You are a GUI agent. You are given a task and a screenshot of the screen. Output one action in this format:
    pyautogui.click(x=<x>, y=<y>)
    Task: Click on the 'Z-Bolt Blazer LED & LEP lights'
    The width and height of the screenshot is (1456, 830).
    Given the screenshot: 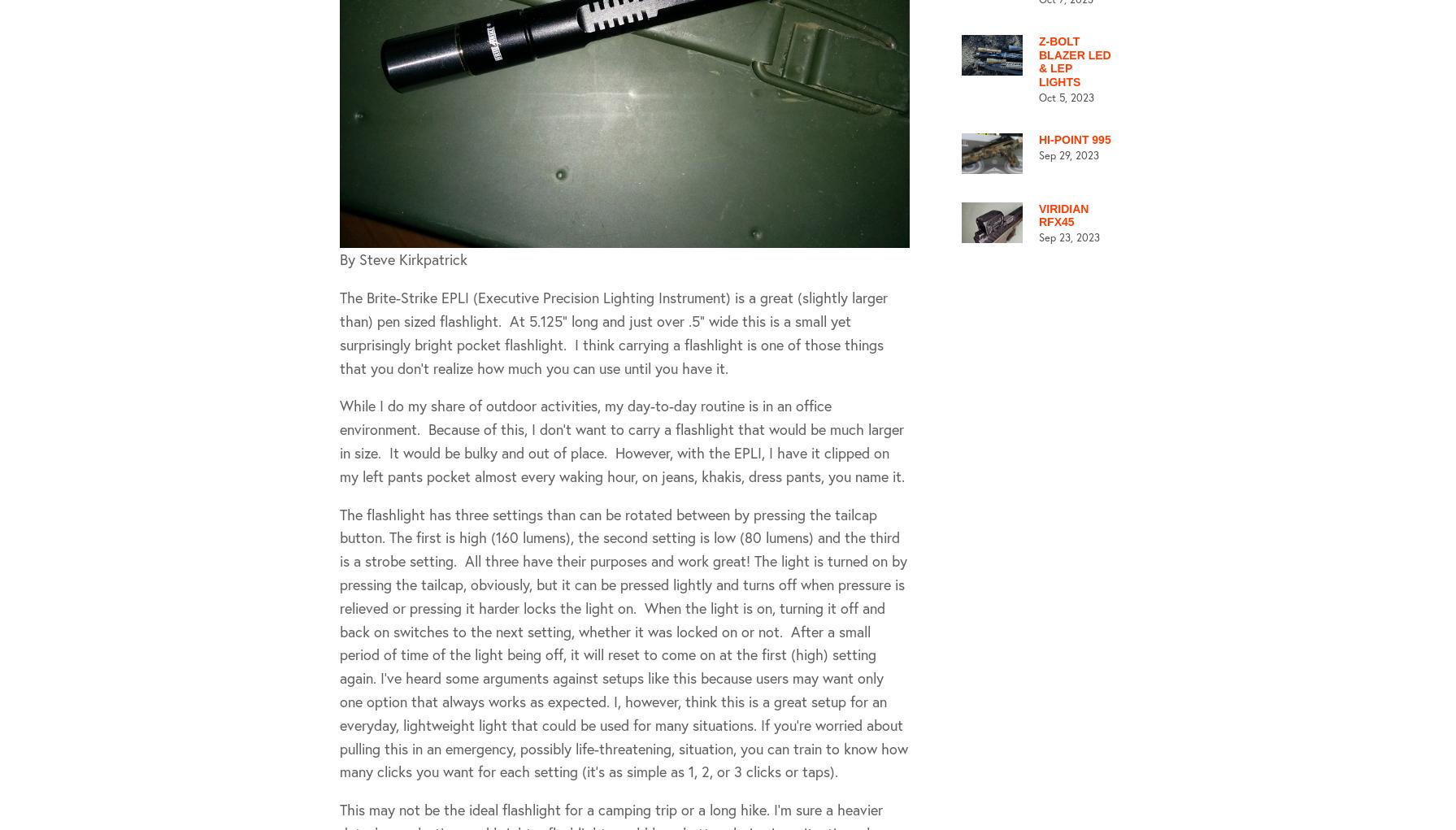 What is the action you would take?
    pyautogui.click(x=1073, y=61)
    